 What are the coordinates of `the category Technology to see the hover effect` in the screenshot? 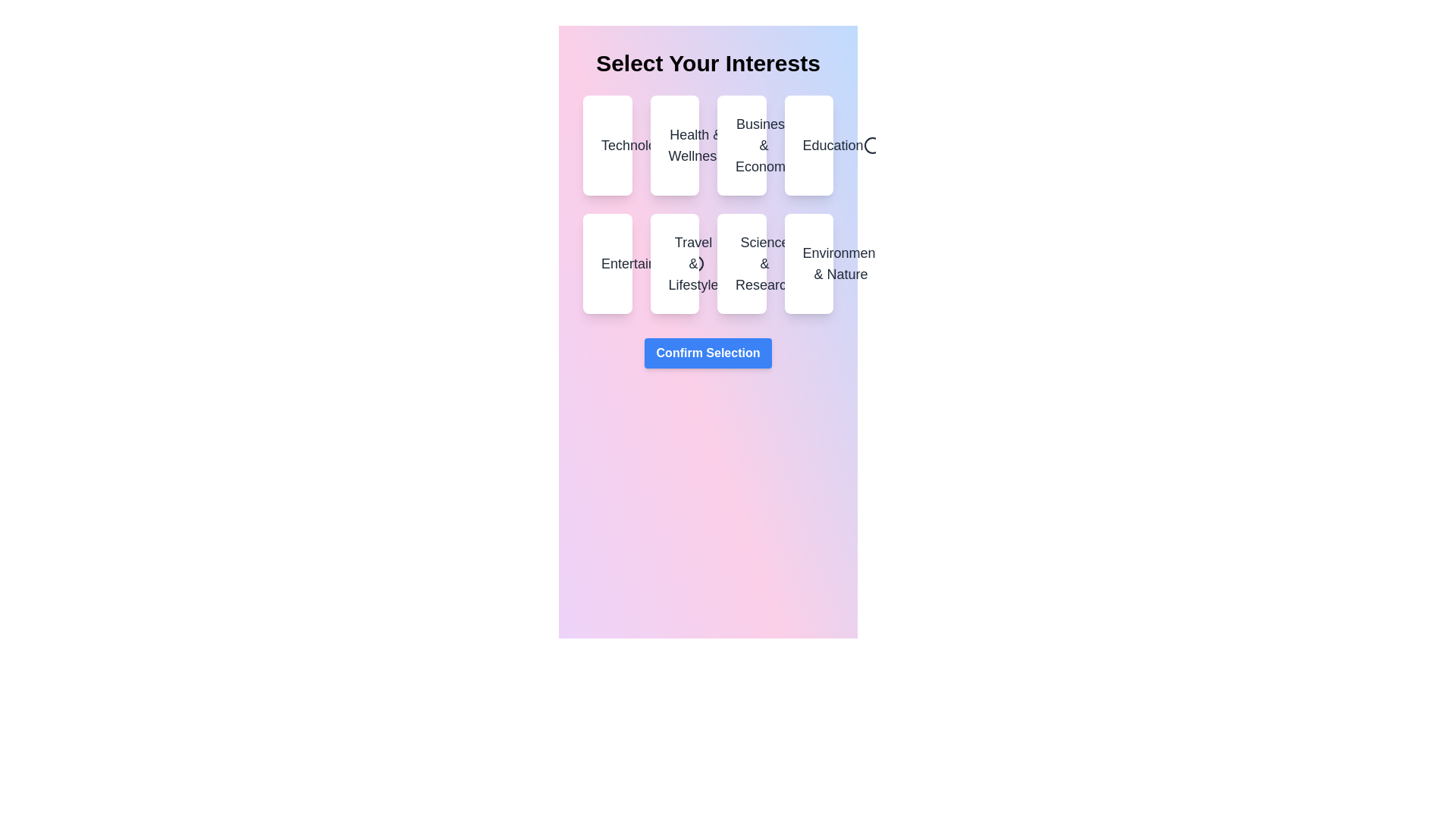 It's located at (607, 146).